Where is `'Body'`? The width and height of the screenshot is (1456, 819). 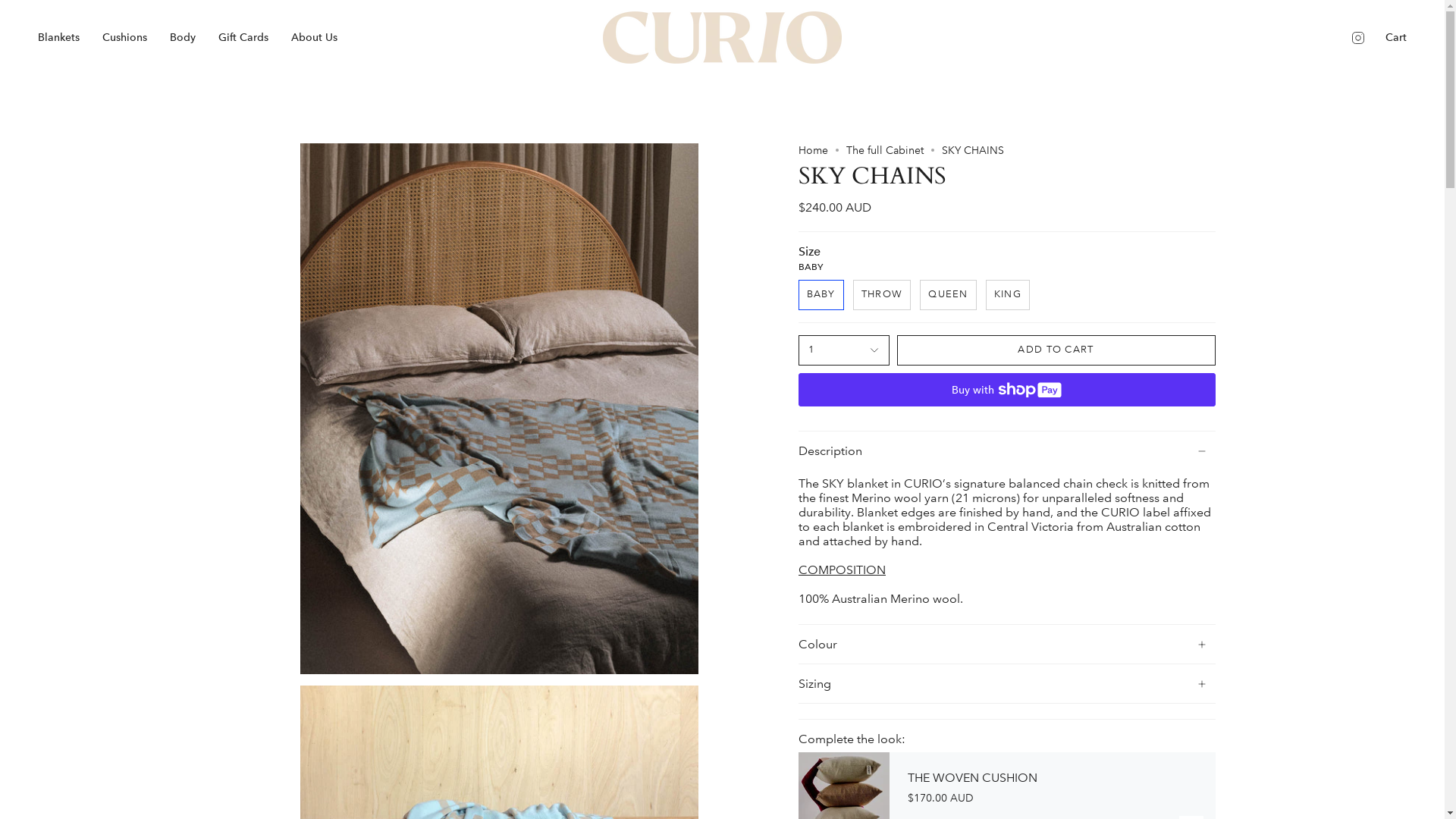 'Body' is located at coordinates (182, 36).